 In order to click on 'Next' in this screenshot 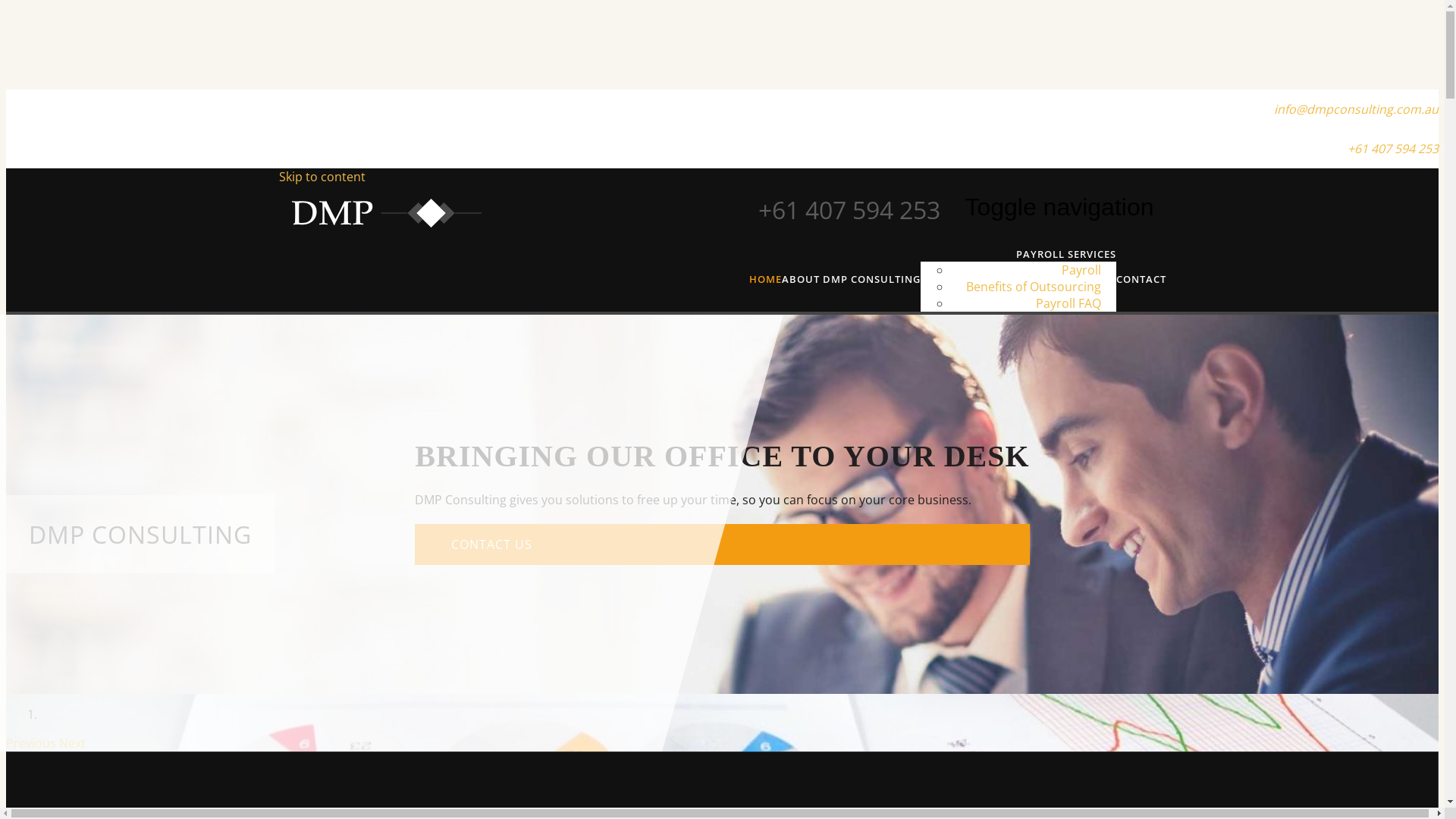, I will do `click(71, 742)`.